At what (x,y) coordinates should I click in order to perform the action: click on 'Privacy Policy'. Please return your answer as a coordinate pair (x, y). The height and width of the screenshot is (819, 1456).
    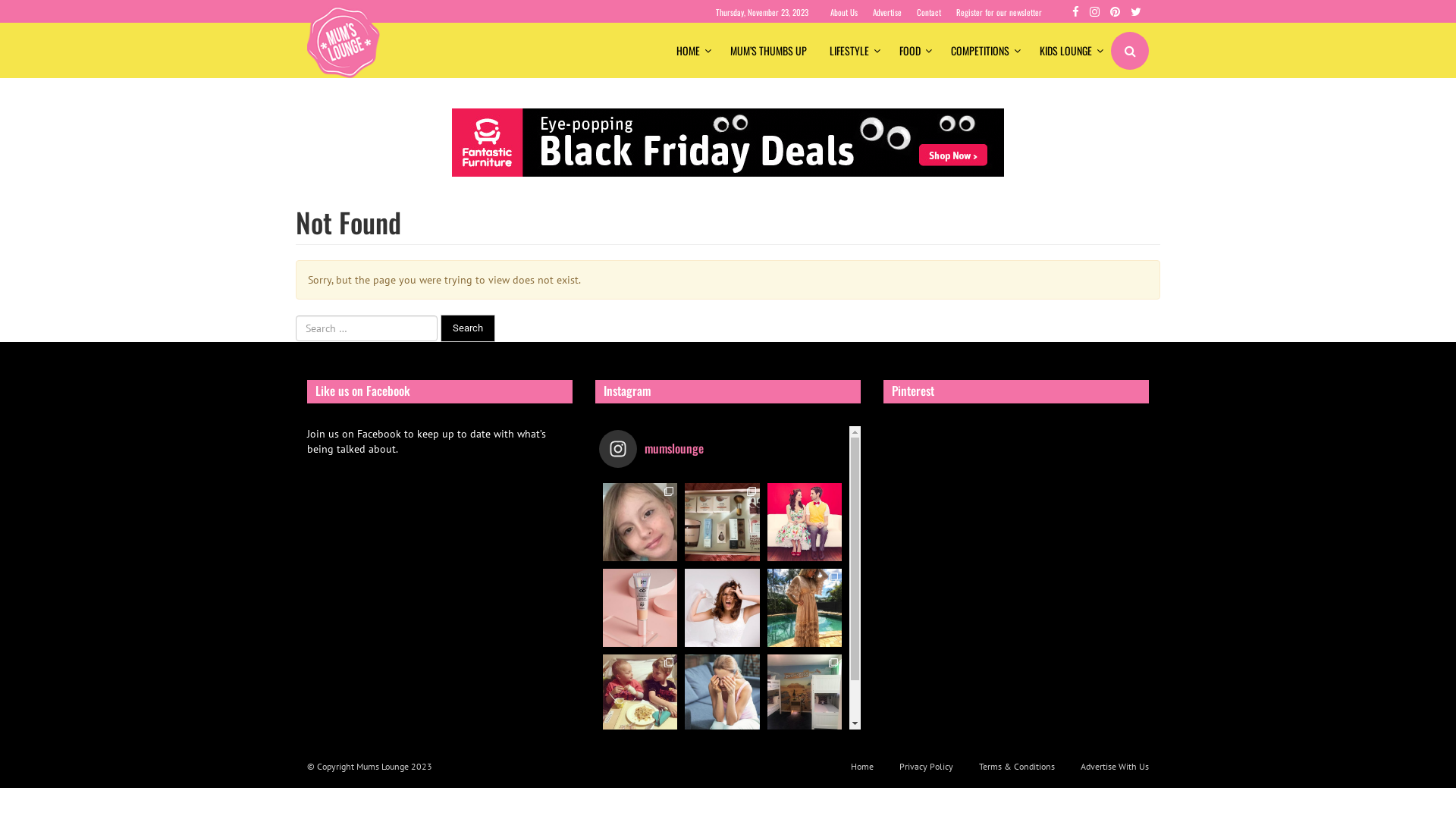
    Looking at the image, I should click on (888, 766).